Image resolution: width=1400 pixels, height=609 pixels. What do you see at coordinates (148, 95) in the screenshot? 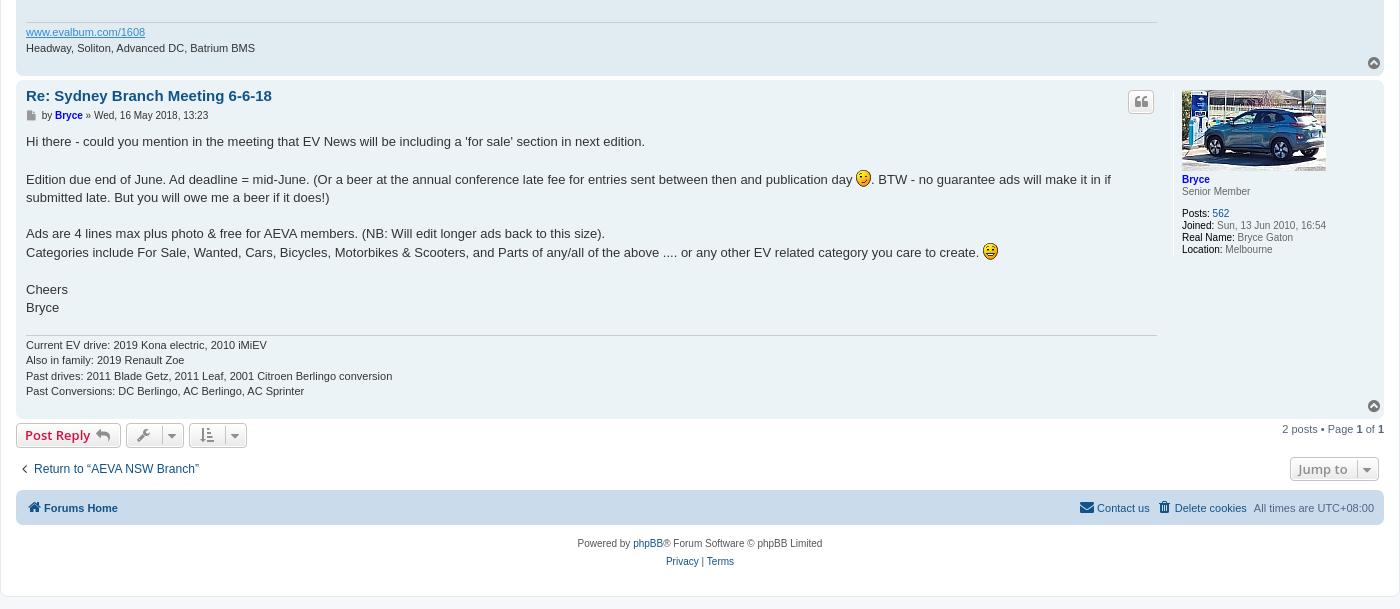
I see `'Re: Sydney Branch Meeting 6-6-18'` at bounding box center [148, 95].